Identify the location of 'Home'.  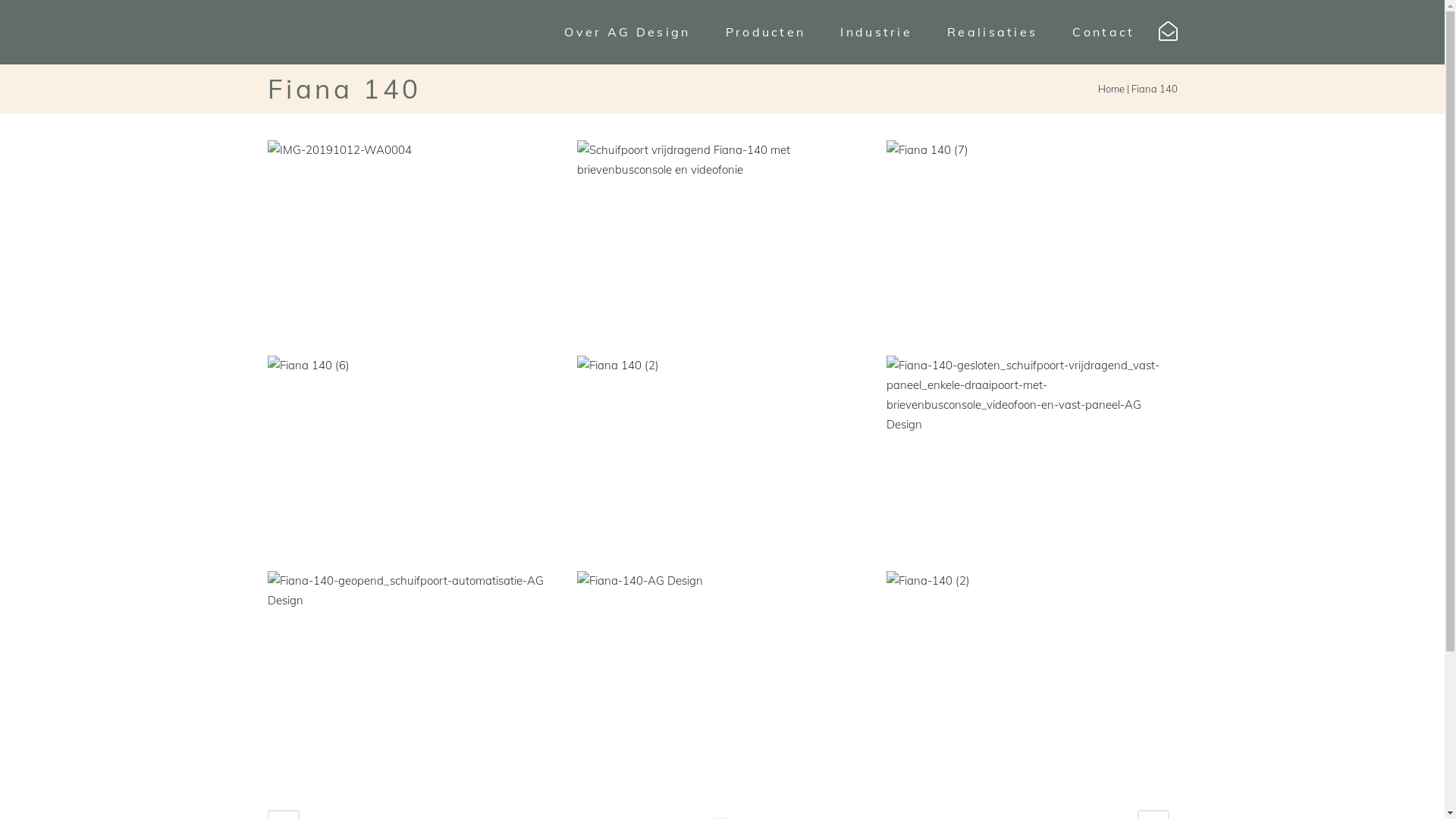
(1111, 88).